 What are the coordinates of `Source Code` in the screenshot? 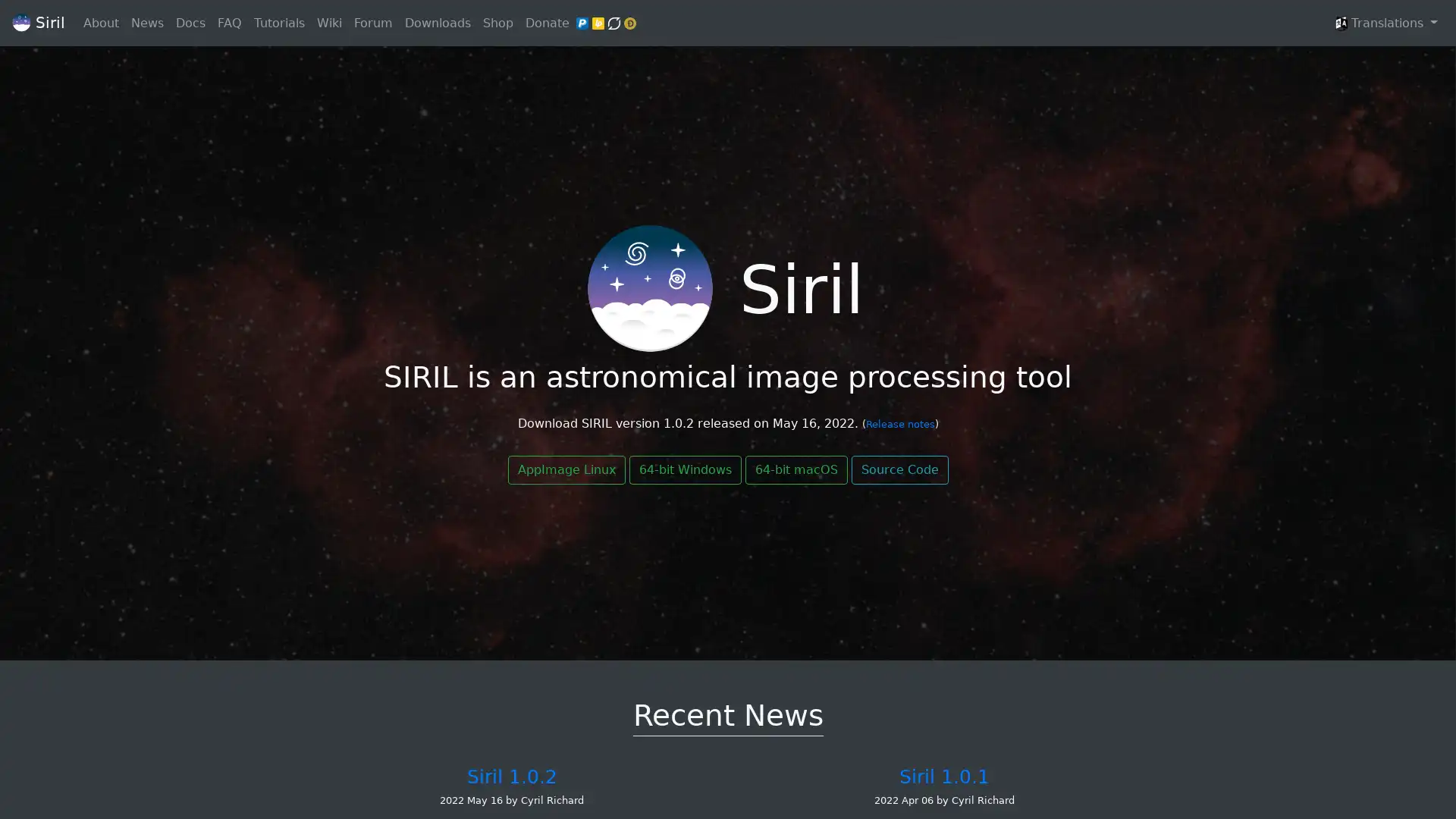 It's located at (899, 469).